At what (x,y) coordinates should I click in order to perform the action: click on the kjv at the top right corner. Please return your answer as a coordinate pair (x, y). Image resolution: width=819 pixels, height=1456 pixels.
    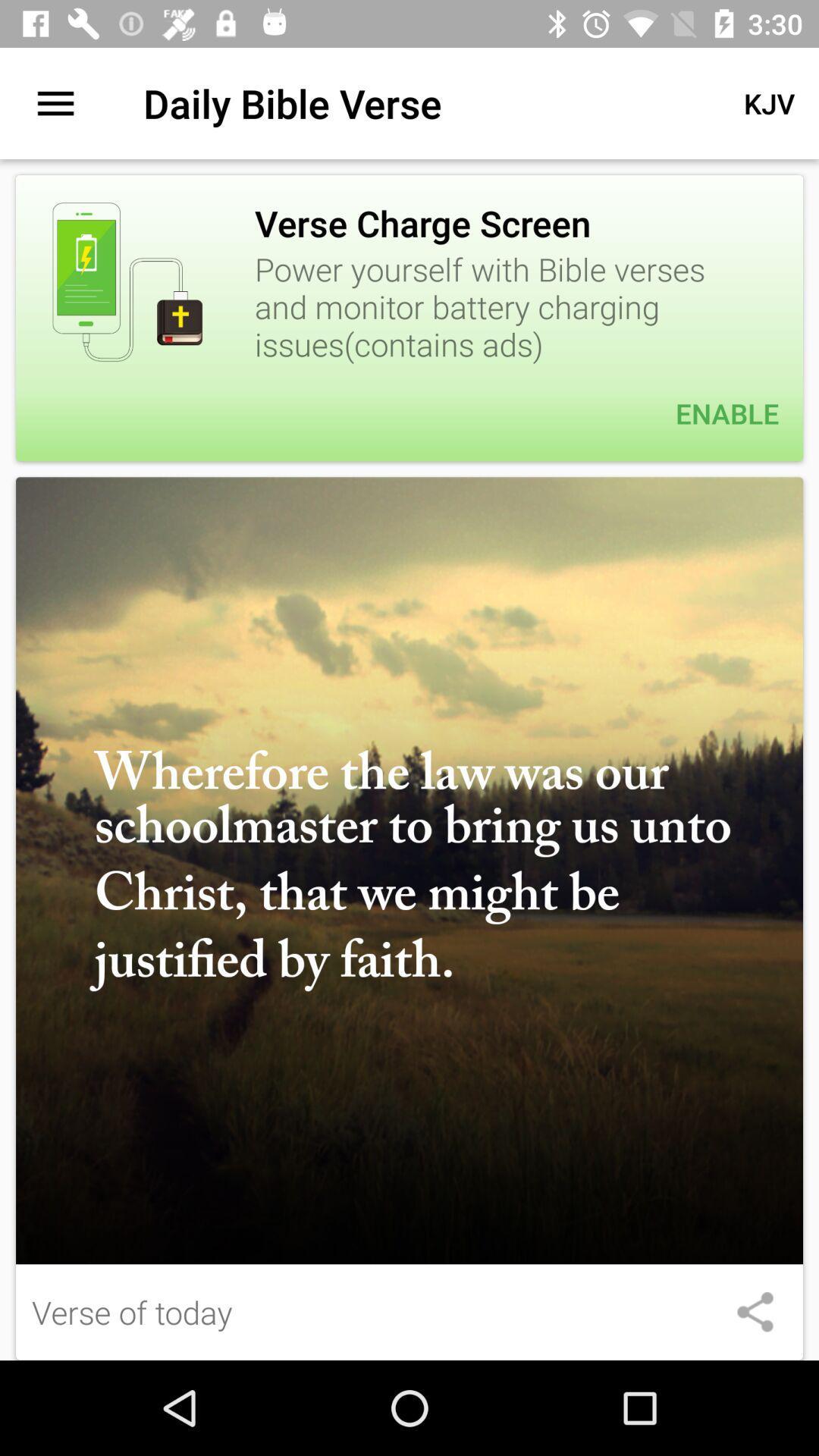
    Looking at the image, I should click on (769, 102).